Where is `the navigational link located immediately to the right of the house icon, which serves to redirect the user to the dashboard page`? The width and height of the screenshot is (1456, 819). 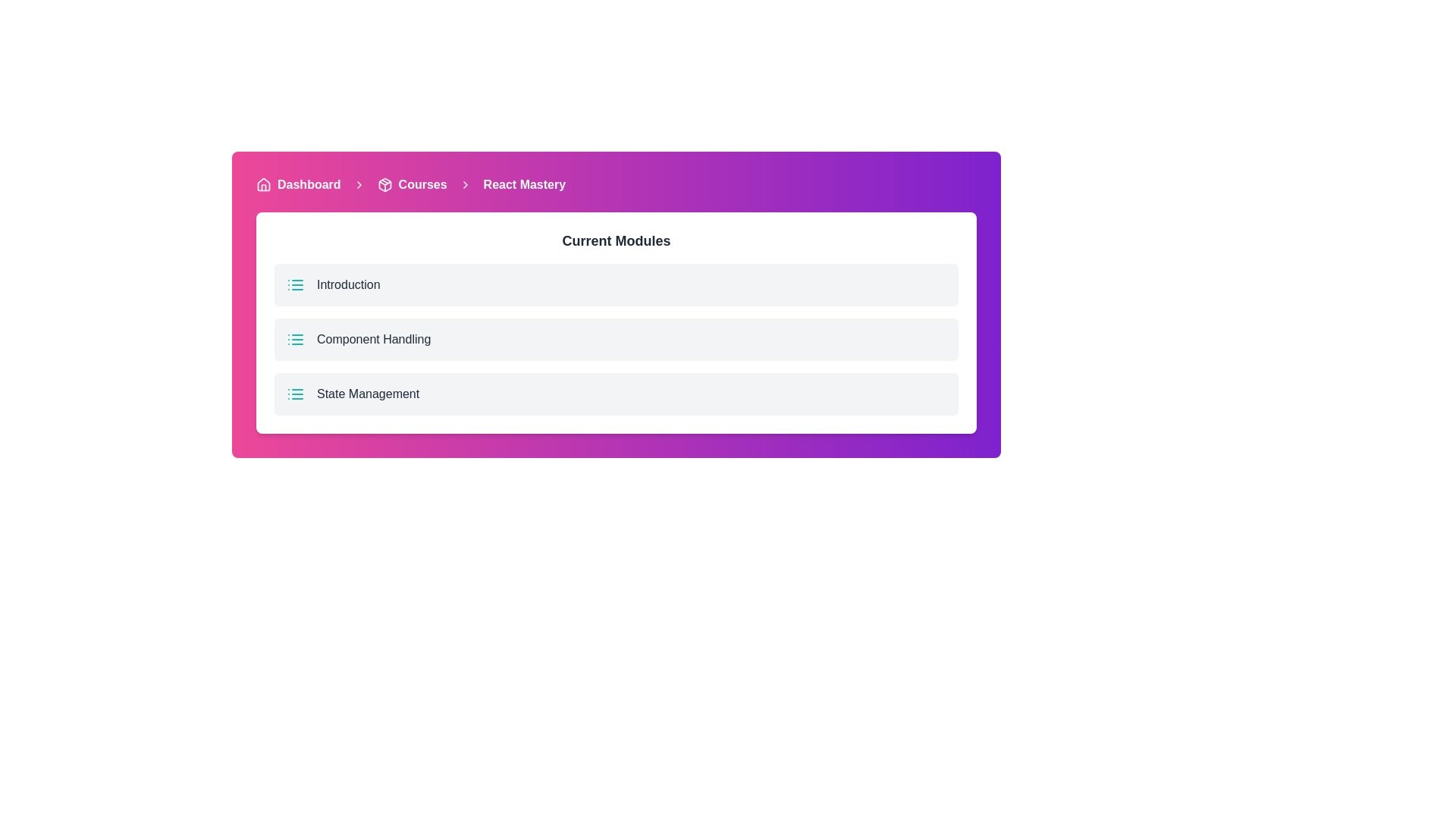 the navigational link located immediately to the right of the house icon, which serves to redirect the user to the dashboard page is located at coordinates (308, 184).